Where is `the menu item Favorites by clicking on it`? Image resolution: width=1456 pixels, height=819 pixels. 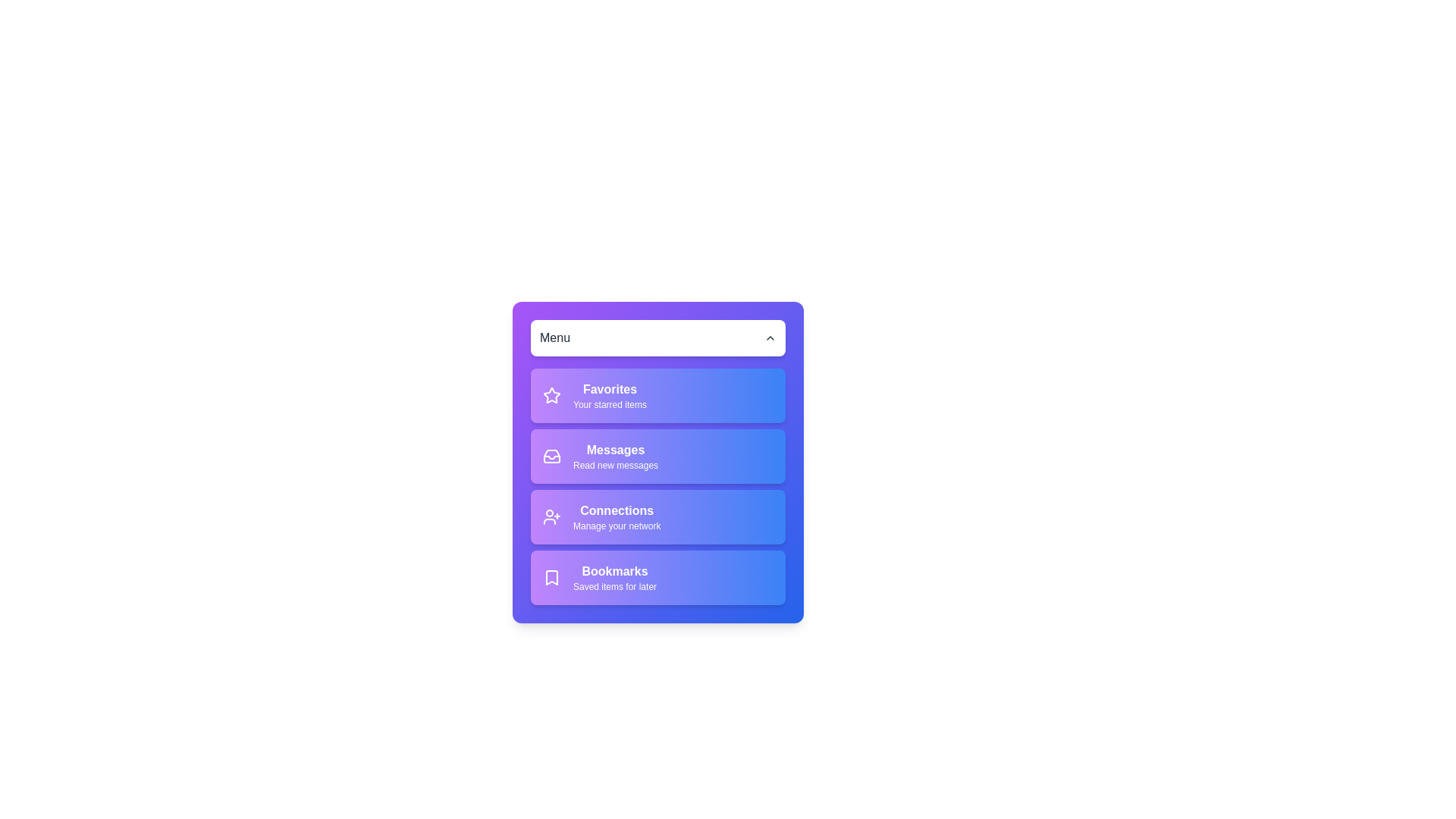 the menu item Favorites by clicking on it is located at coordinates (658, 394).